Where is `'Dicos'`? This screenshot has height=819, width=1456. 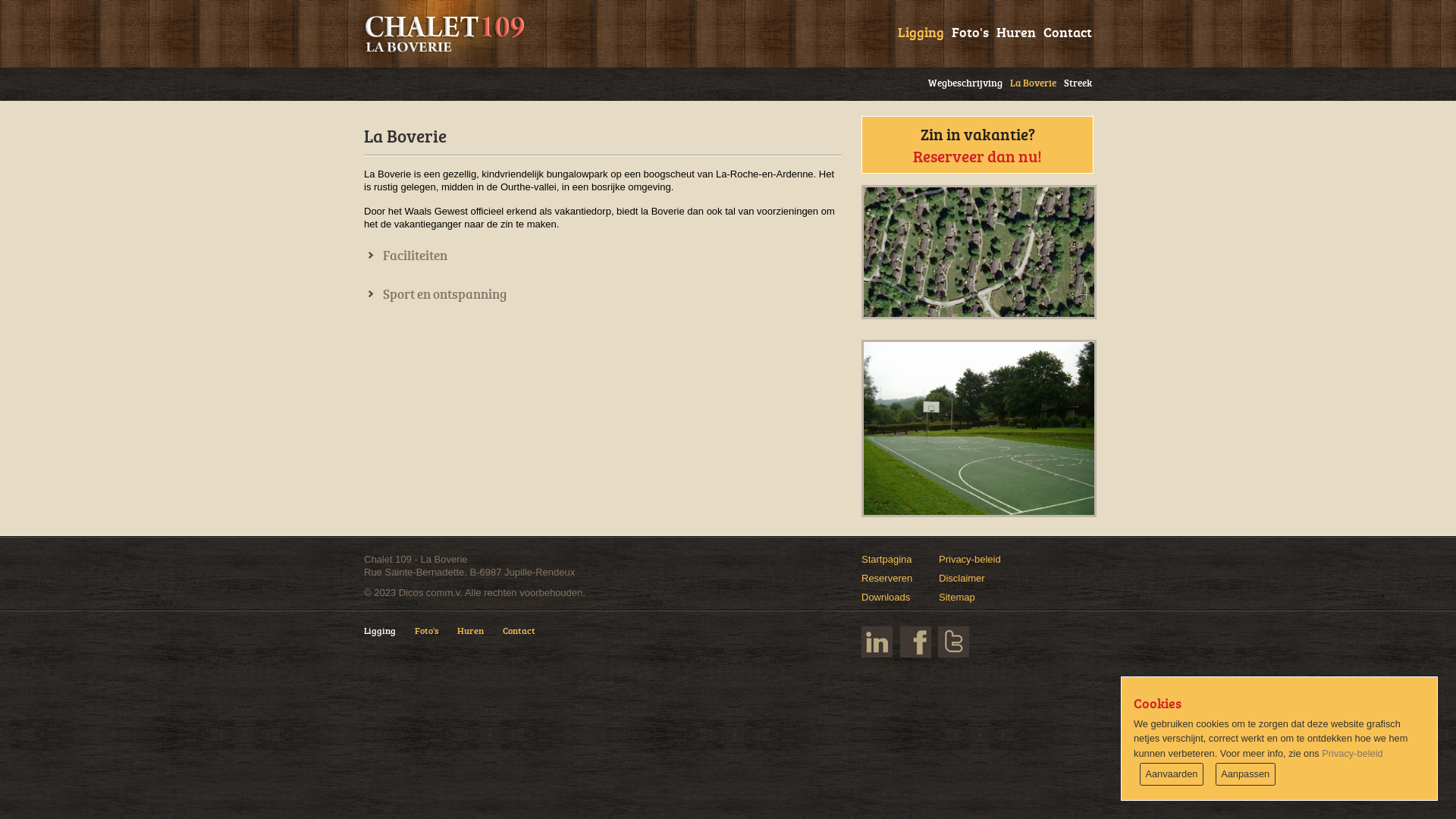 'Dicos' is located at coordinates (411, 591).